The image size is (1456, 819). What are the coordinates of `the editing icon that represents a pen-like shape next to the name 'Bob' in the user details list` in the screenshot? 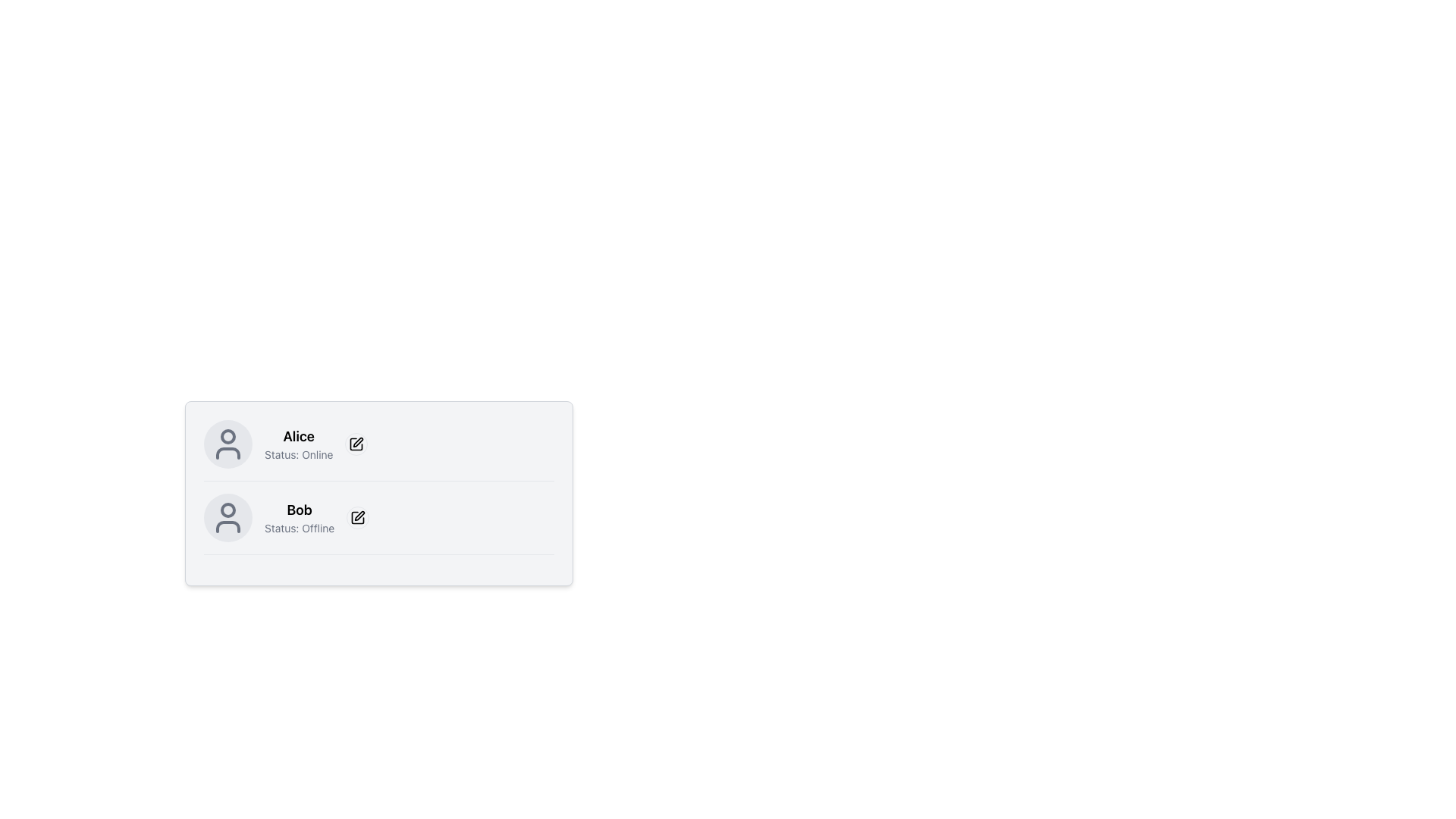 It's located at (357, 516).